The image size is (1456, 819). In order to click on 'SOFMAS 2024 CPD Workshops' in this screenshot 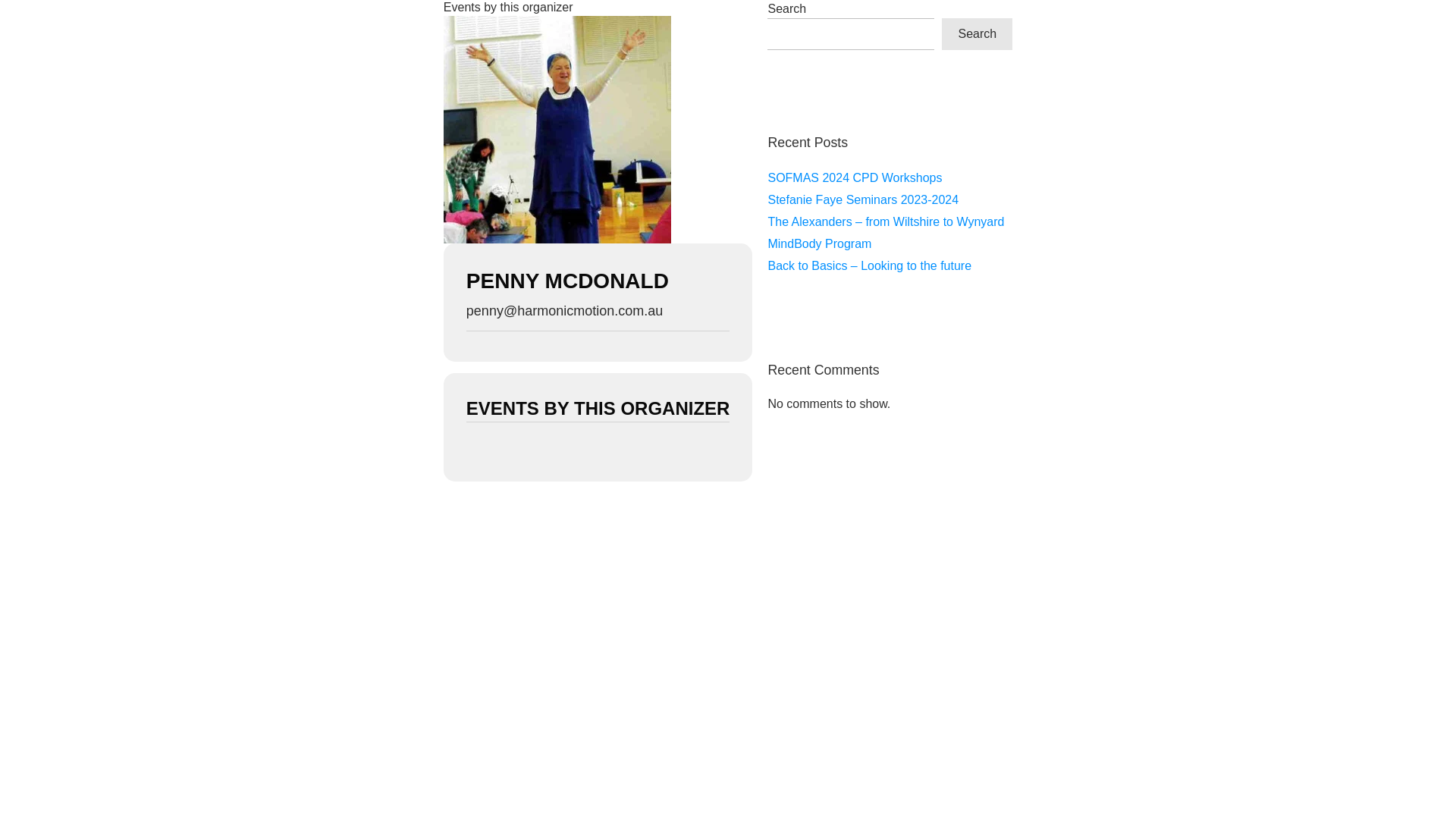, I will do `click(855, 177)`.